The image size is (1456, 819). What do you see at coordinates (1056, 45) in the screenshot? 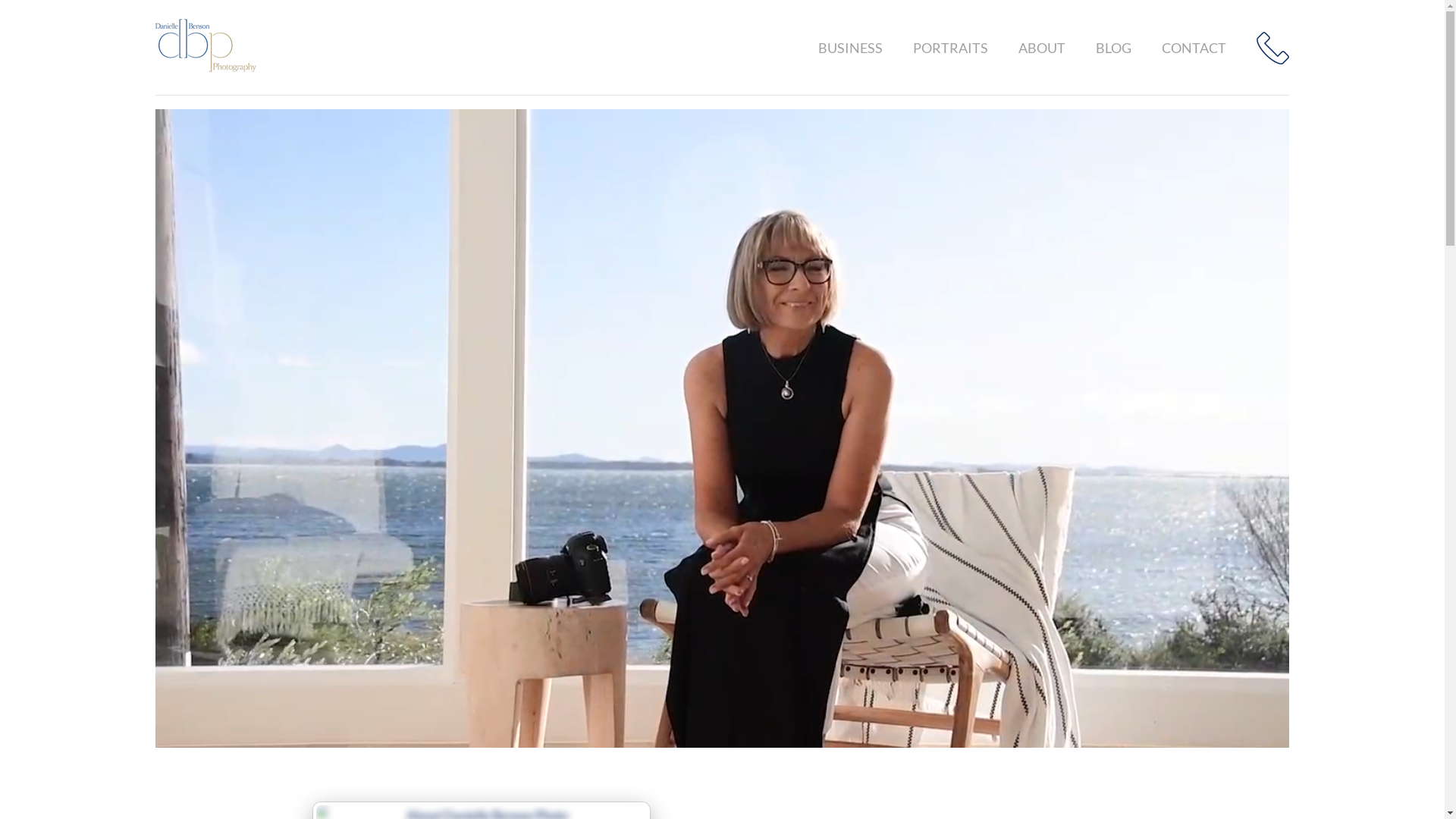
I see `'ABOUT'` at bounding box center [1056, 45].